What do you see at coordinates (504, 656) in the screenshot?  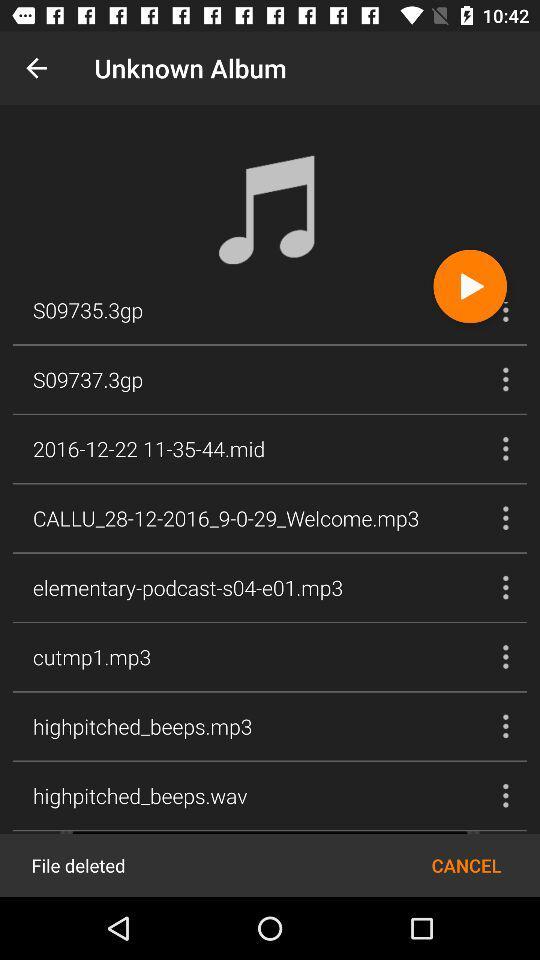 I see `three dot icon right to cutmp1mp3` at bounding box center [504, 656].